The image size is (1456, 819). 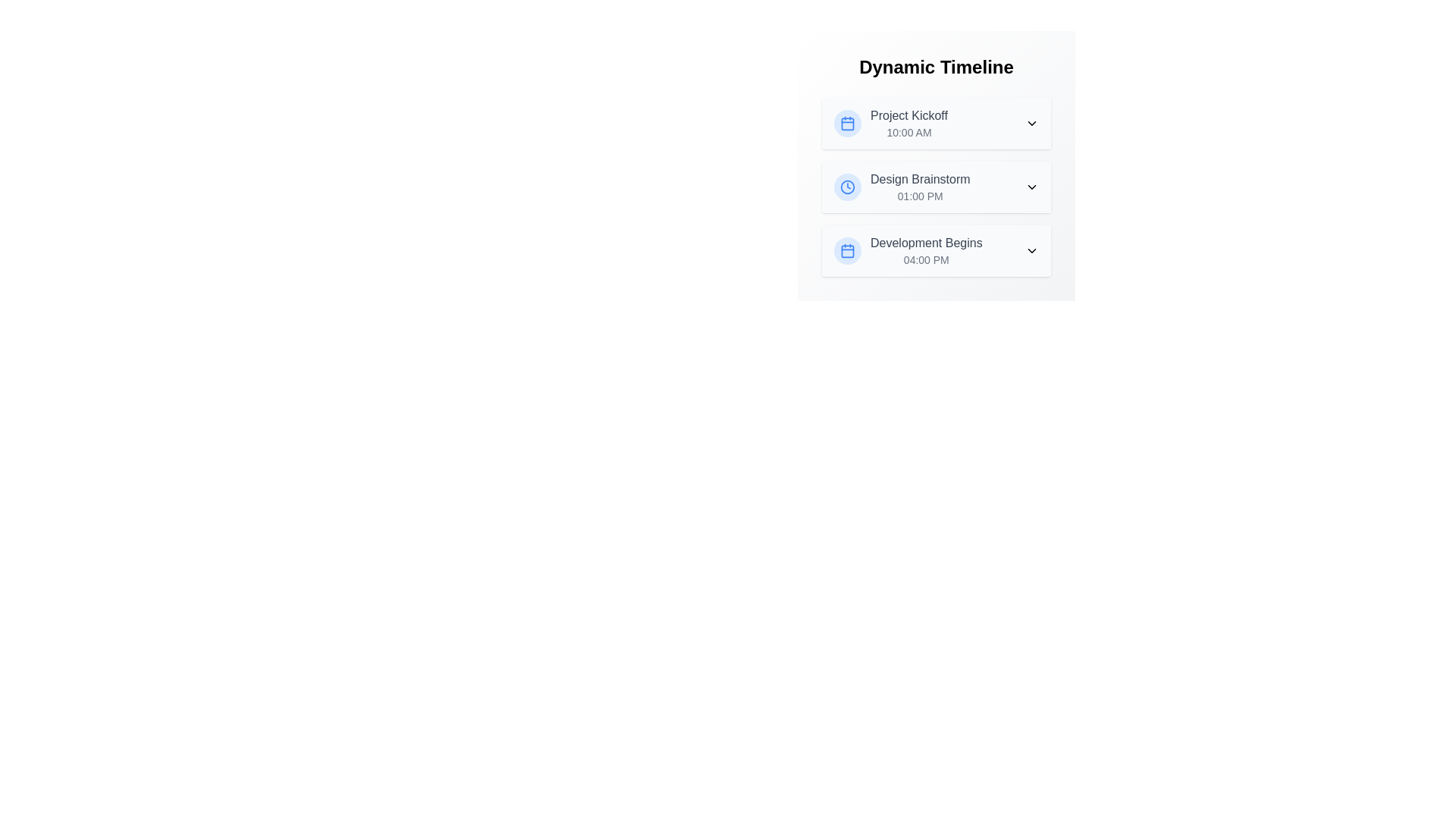 What do you see at coordinates (908, 250) in the screenshot?
I see `the list item entry in the third row of the dynamic timeline` at bounding box center [908, 250].